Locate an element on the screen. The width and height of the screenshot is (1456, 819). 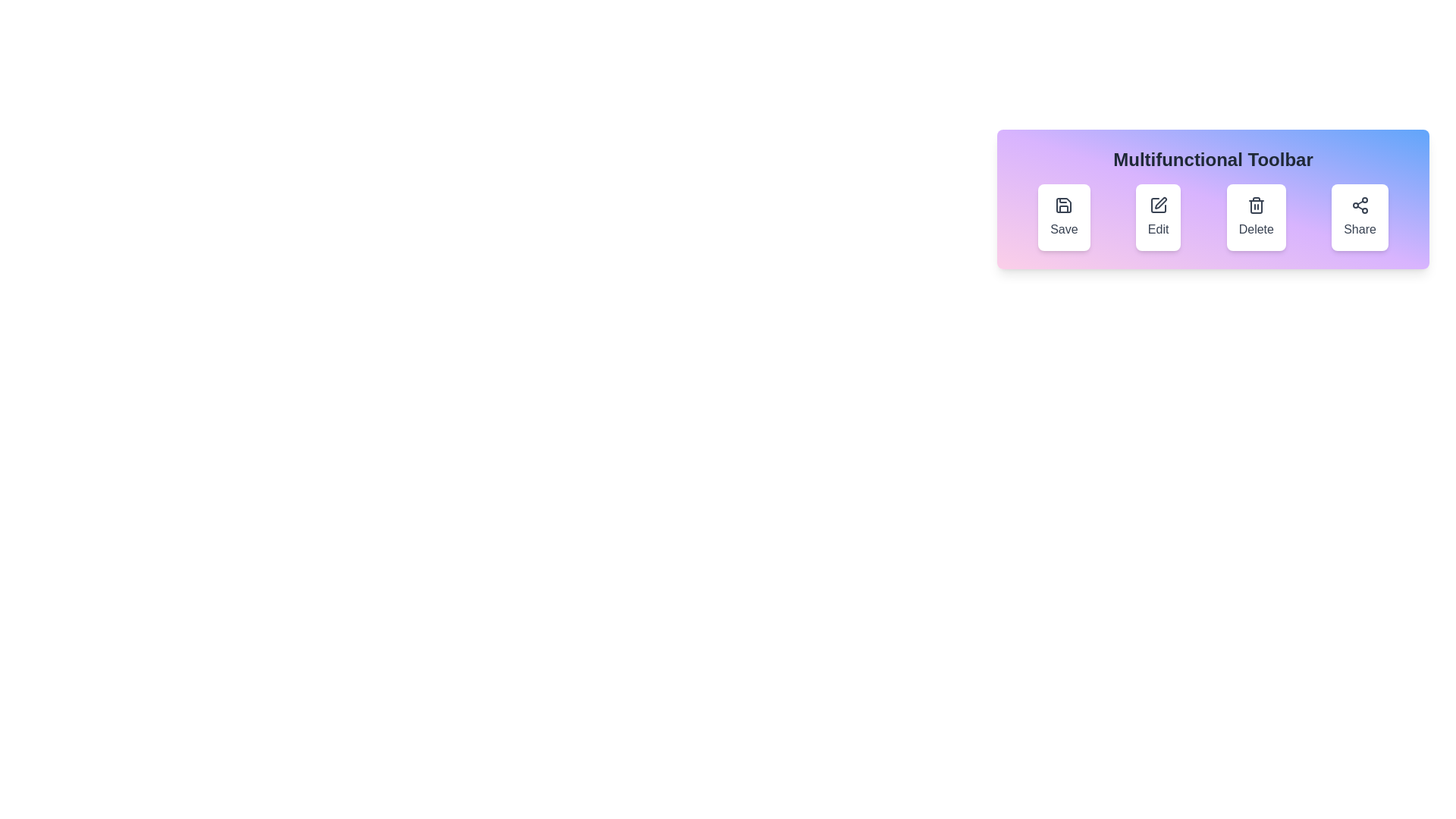
the 'Multifunctional Toolbar' header text is located at coordinates (1212, 160).